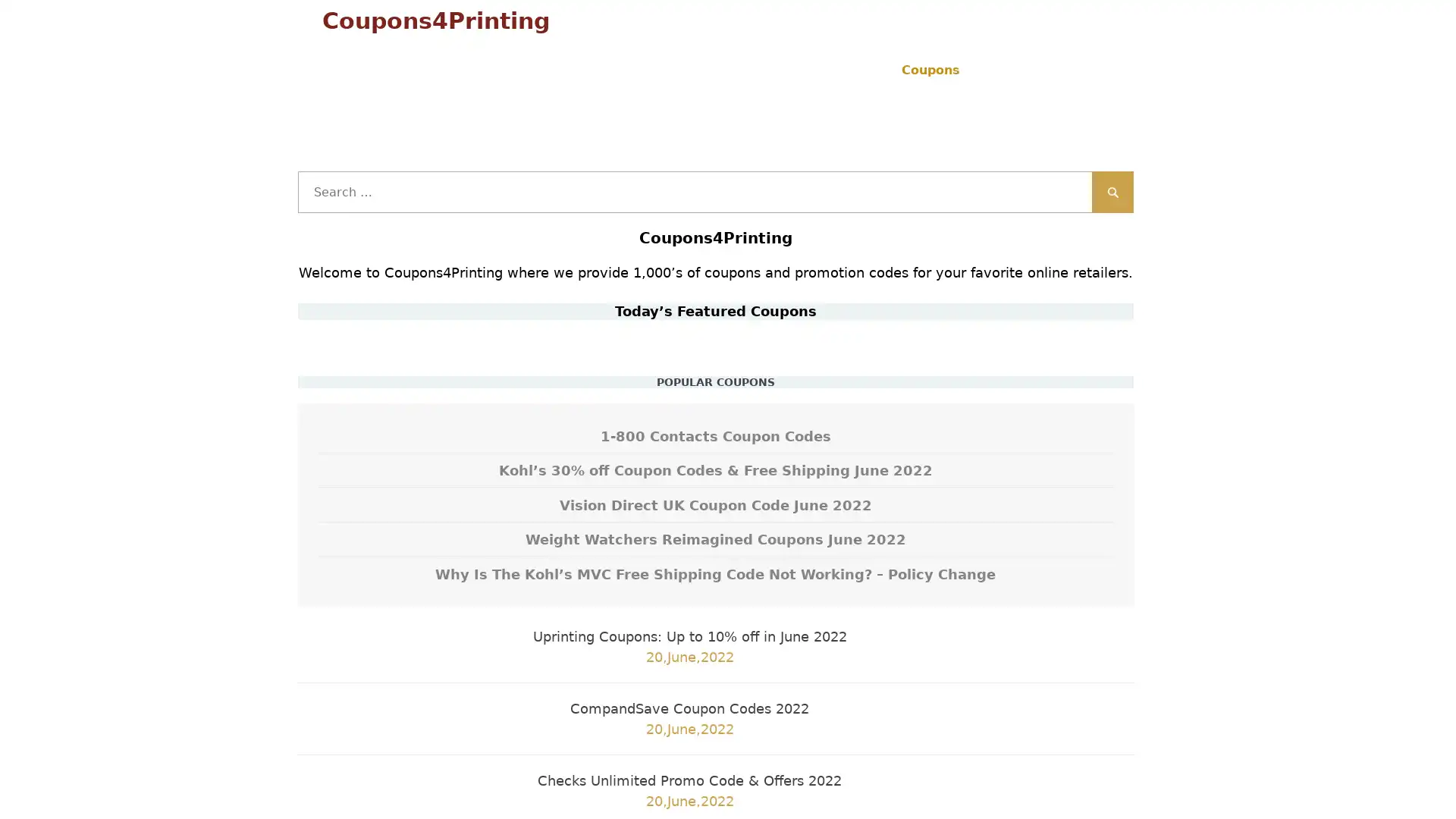  Describe the element at coordinates (1112, 191) in the screenshot. I see `Search` at that location.